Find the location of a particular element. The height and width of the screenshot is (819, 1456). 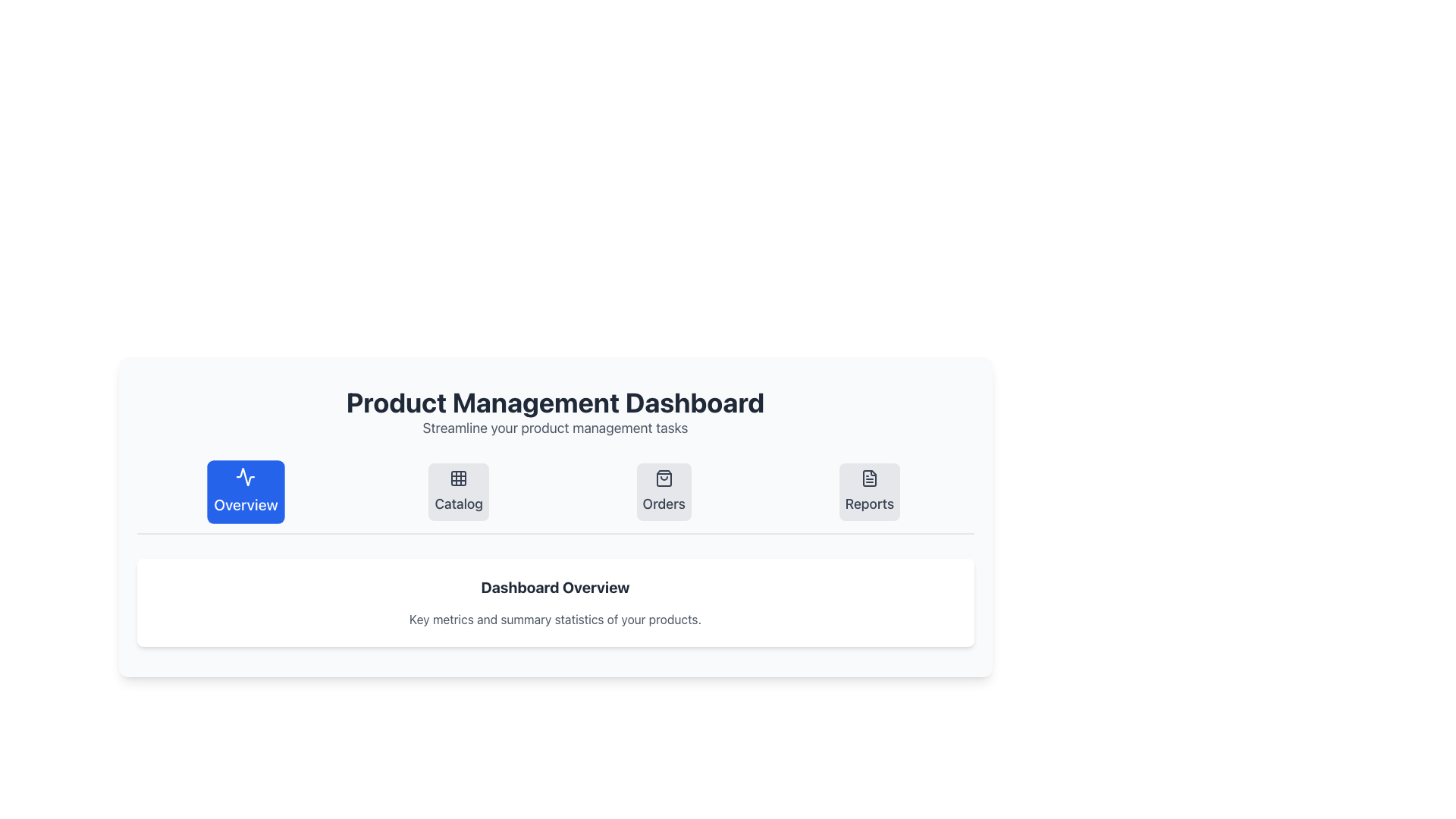

the 'Catalog' text label, which is located in the second segment from the left in the menu items at the top of the interface is located at coordinates (458, 504).